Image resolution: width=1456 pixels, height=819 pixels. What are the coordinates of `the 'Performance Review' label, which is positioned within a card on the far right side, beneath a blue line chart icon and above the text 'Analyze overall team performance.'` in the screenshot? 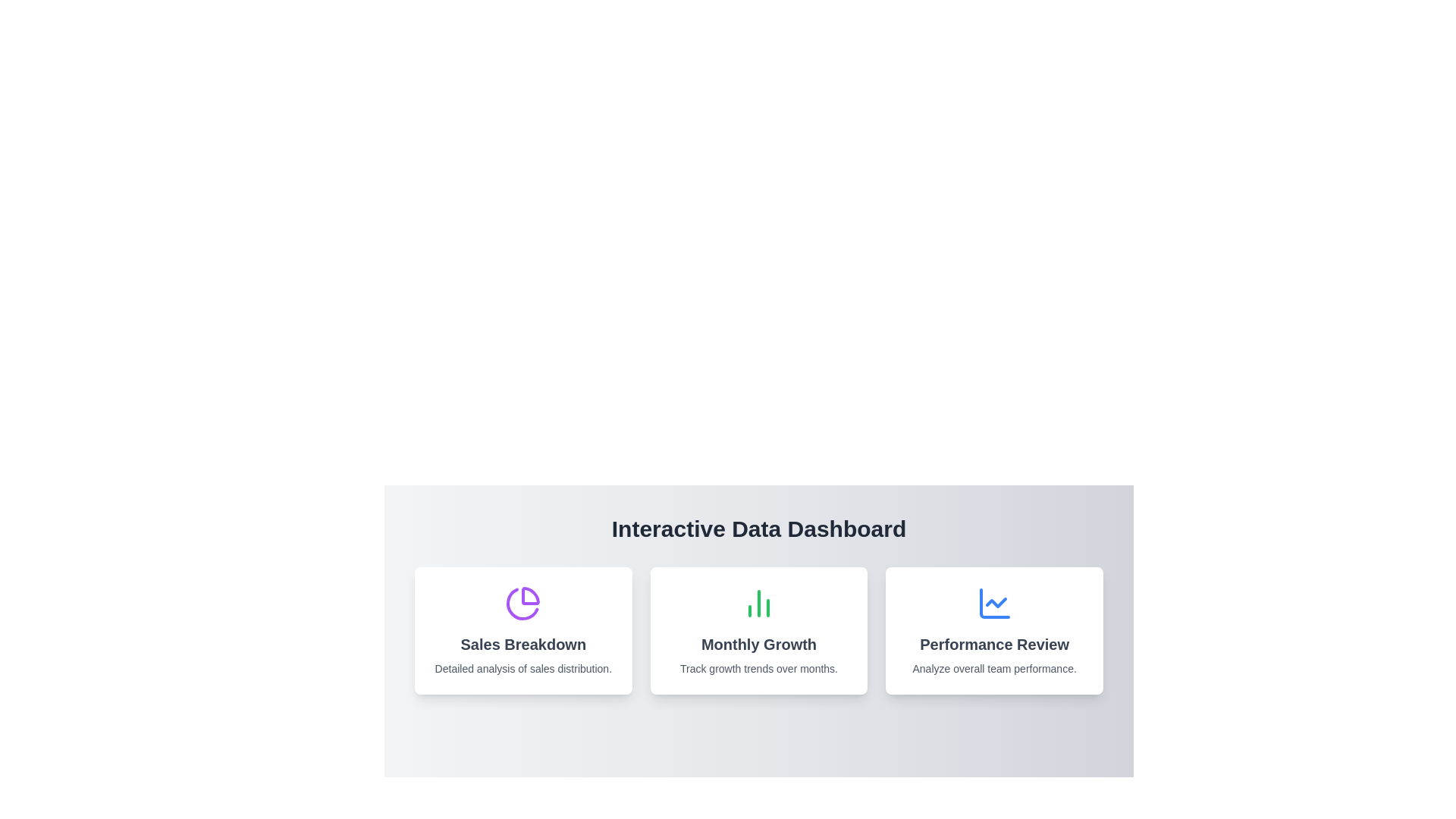 It's located at (994, 644).